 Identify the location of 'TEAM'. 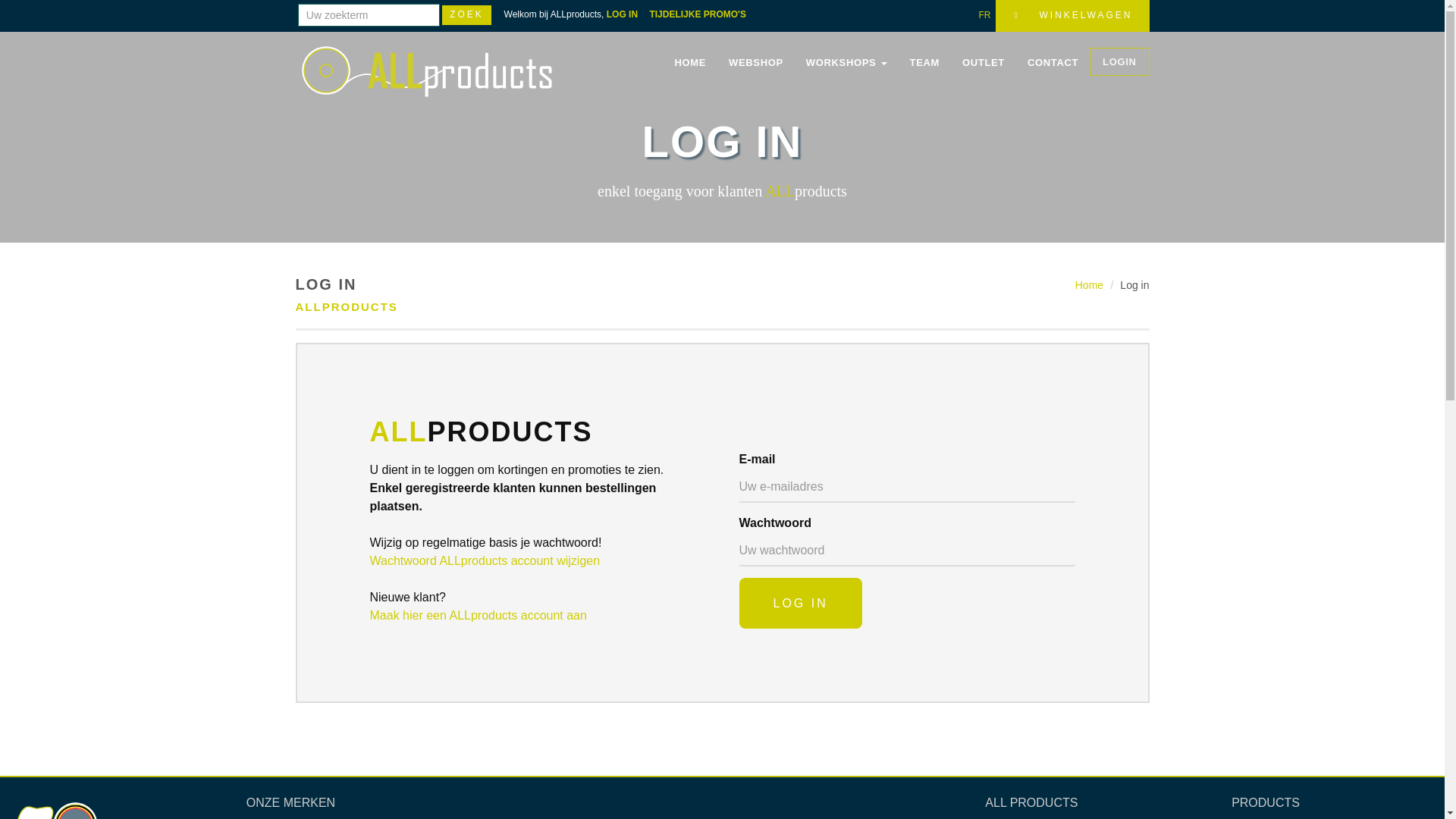
(924, 62).